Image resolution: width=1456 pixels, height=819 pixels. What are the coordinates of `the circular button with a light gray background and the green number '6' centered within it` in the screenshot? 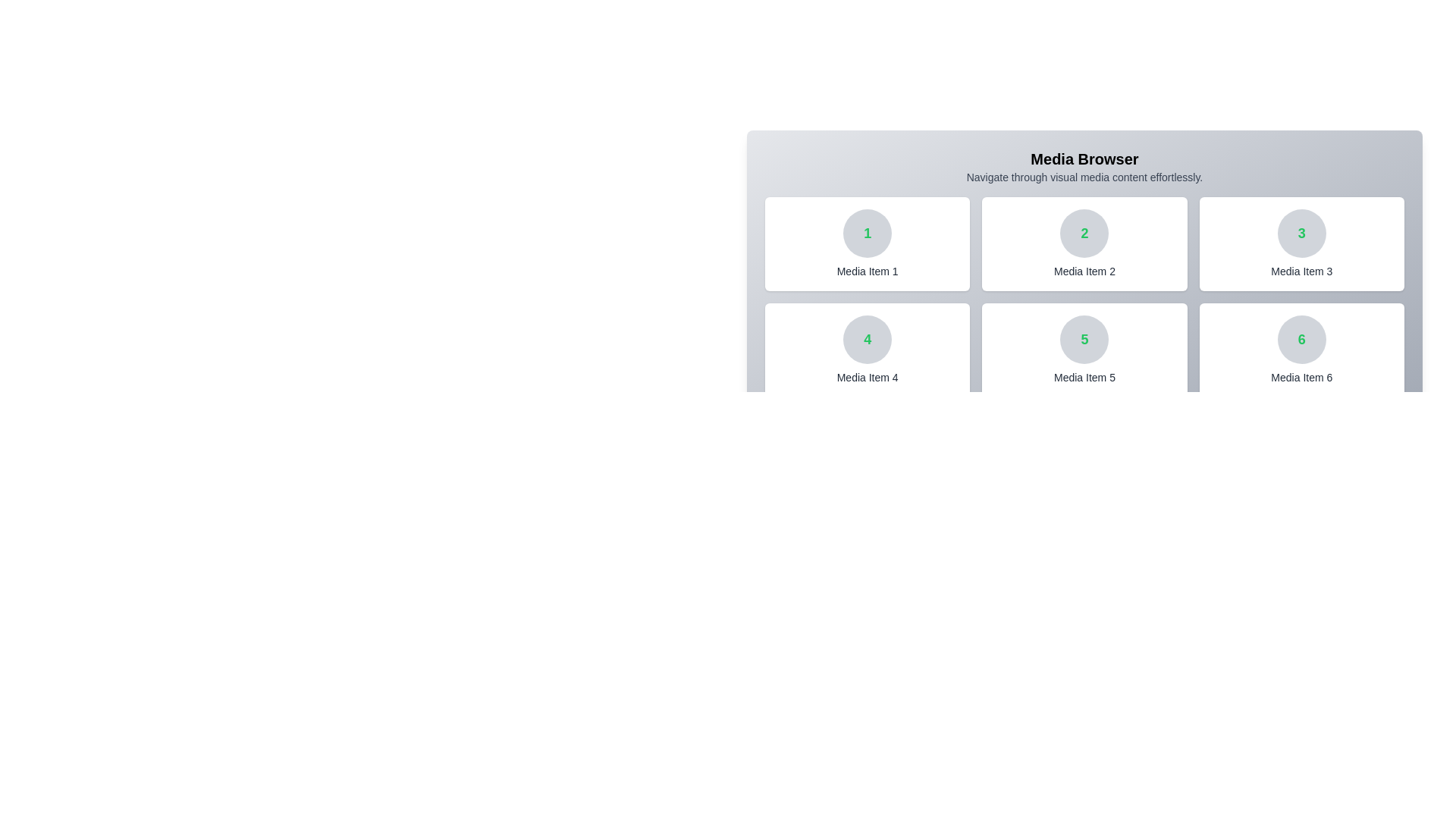 It's located at (1301, 338).